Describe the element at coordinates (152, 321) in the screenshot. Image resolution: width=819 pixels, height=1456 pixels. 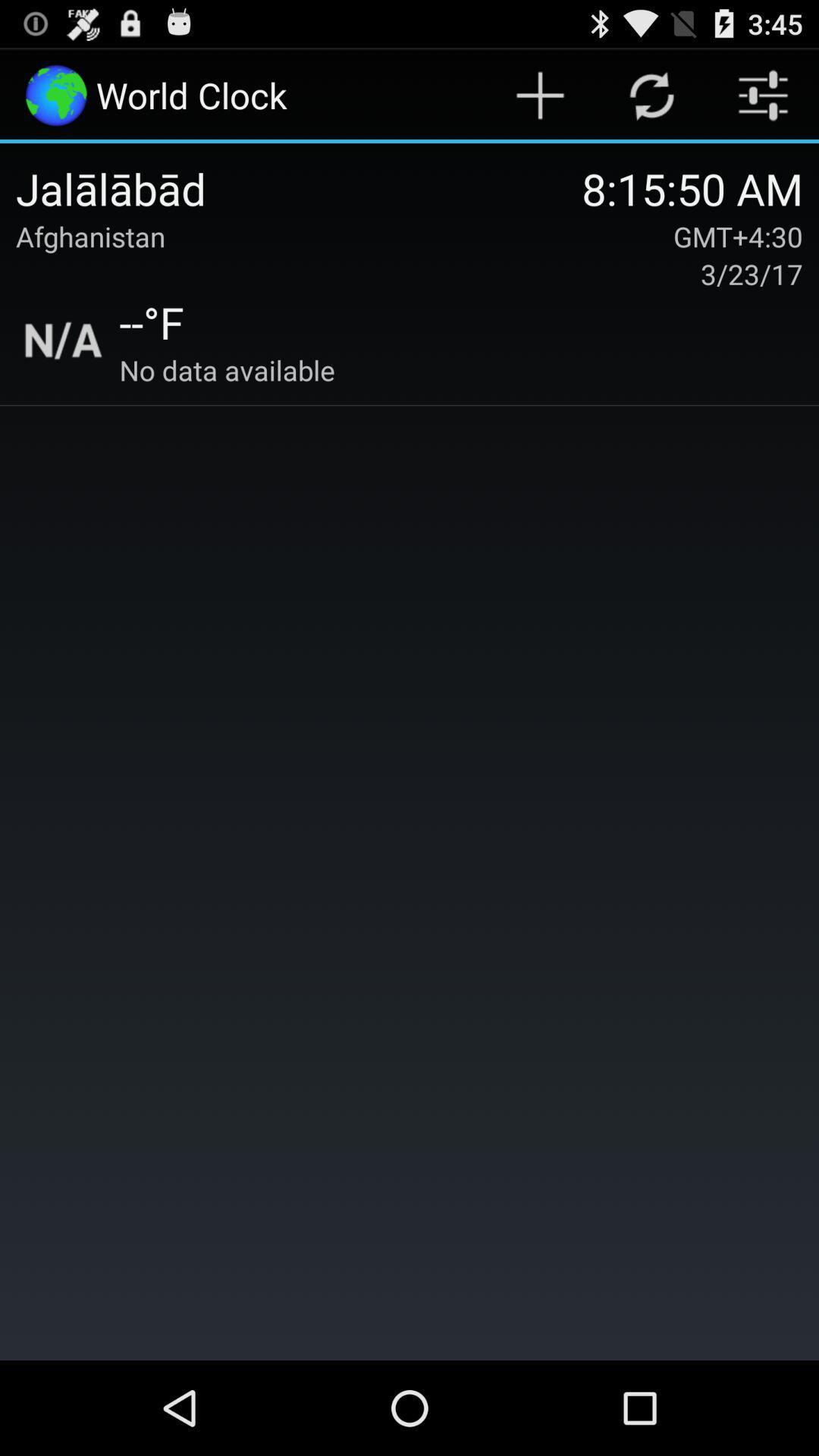
I see `the app above no data available icon` at that location.